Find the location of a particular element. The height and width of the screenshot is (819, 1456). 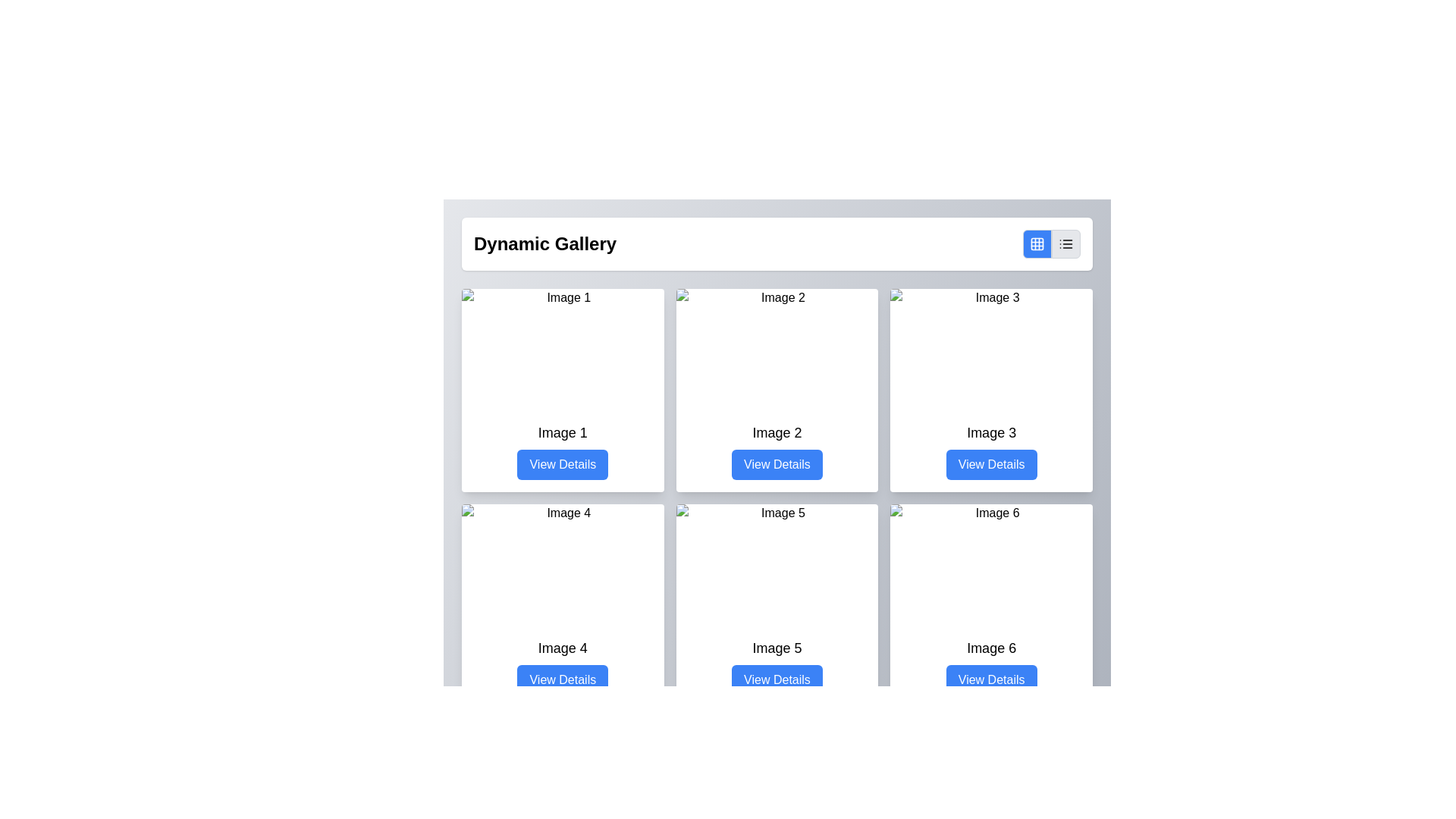

the static text label that indicates the gallery section, positioned at the top-left of the gray header area is located at coordinates (545, 243).